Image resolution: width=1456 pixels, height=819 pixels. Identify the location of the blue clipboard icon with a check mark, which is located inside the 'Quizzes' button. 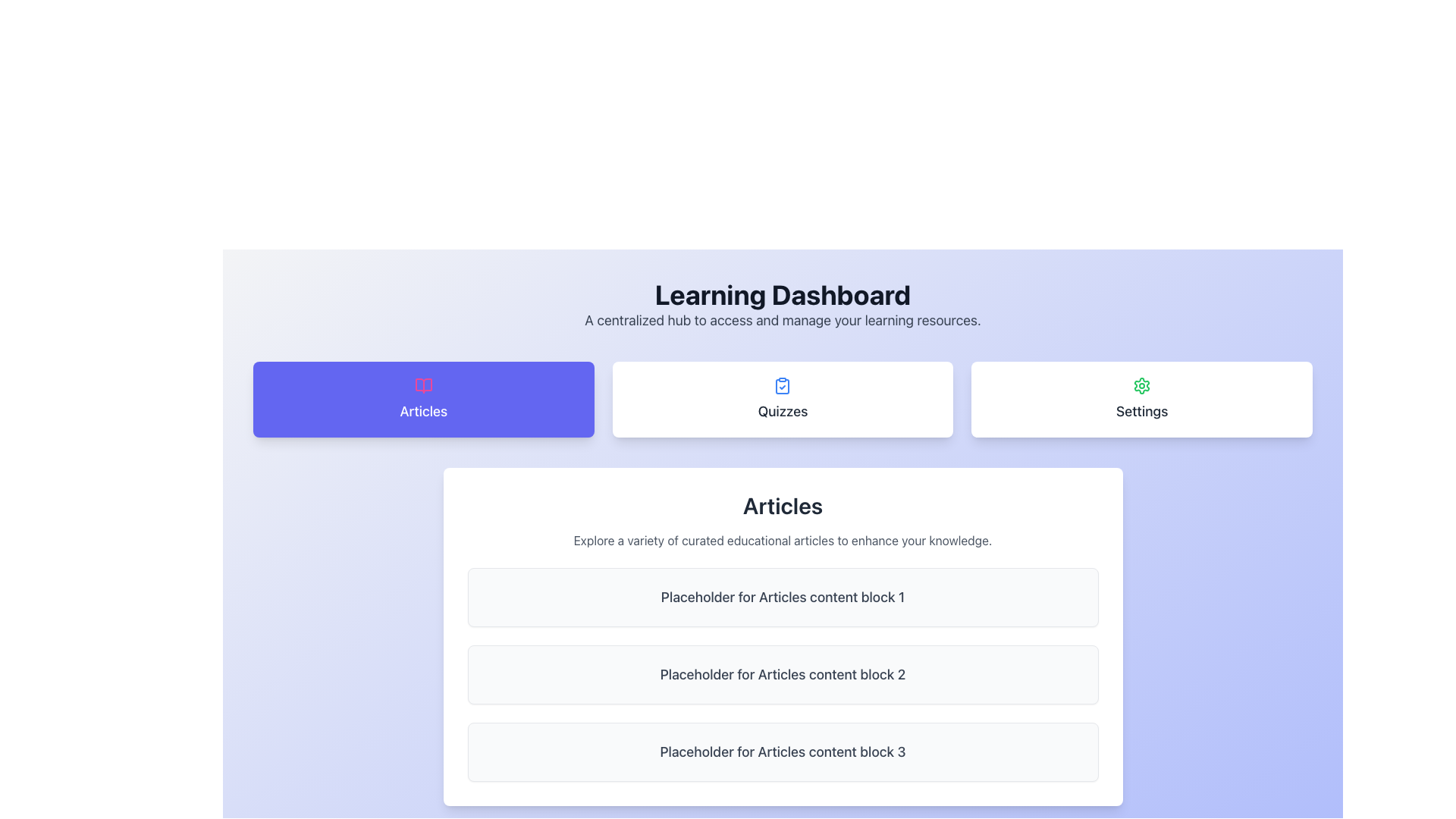
(783, 385).